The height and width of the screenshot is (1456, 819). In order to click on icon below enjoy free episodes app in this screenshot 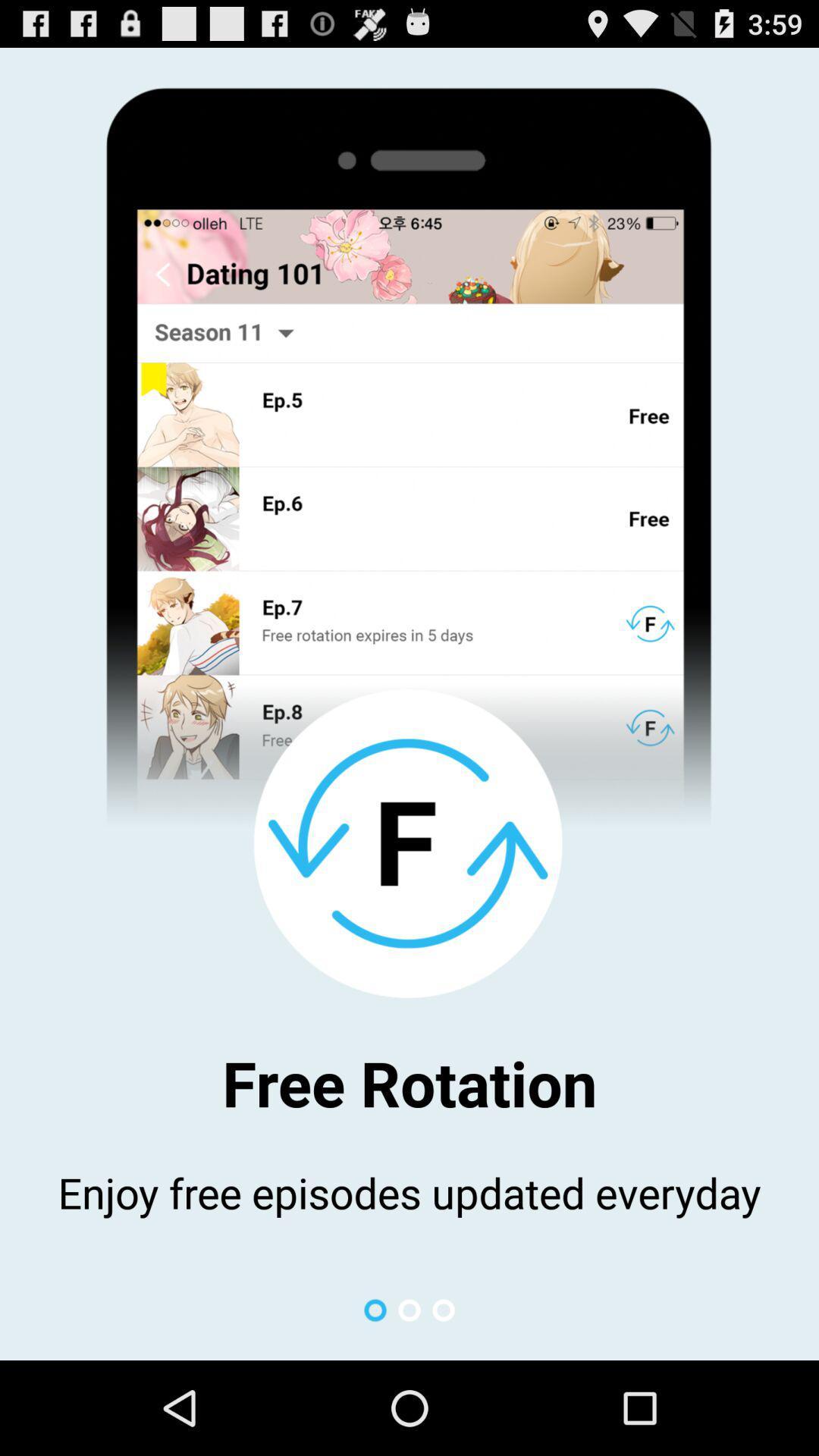, I will do `click(444, 1310)`.